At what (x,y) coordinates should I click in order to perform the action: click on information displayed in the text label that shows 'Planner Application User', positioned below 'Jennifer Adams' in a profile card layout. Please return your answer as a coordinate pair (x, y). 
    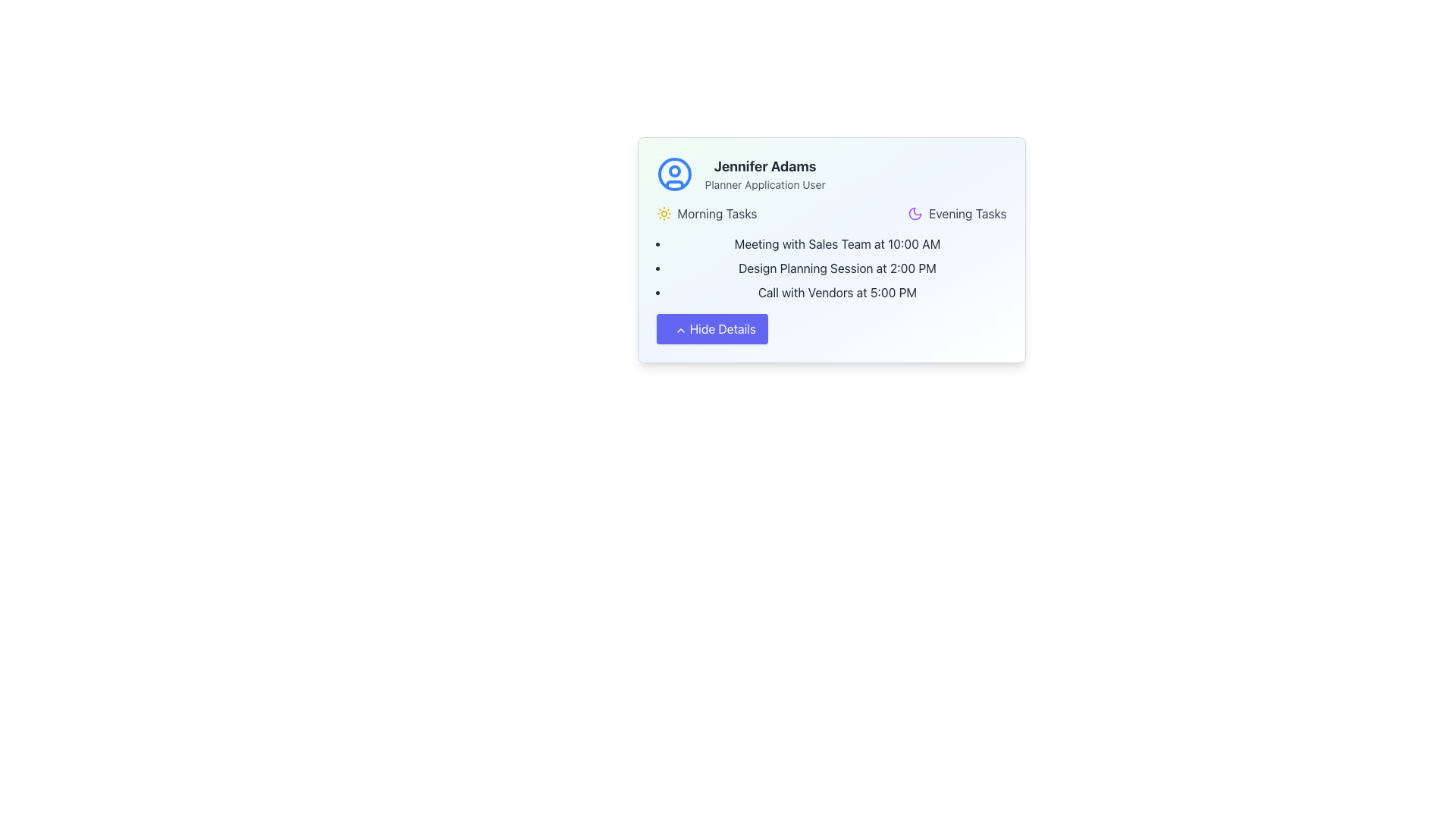
    Looking at the image, I should click on (765, 184).